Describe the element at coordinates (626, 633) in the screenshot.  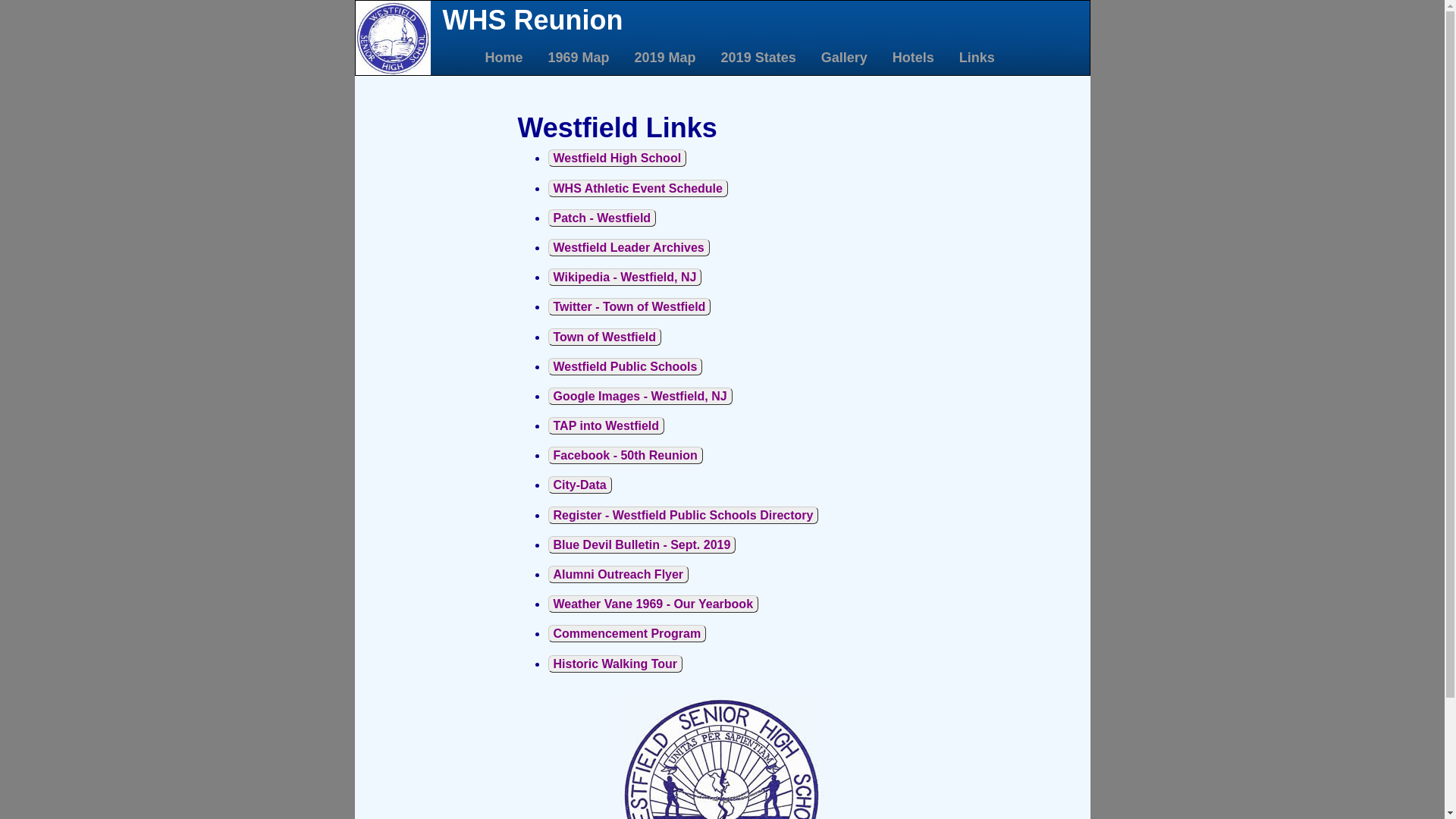
I see `'Commencement Program'` at that location.